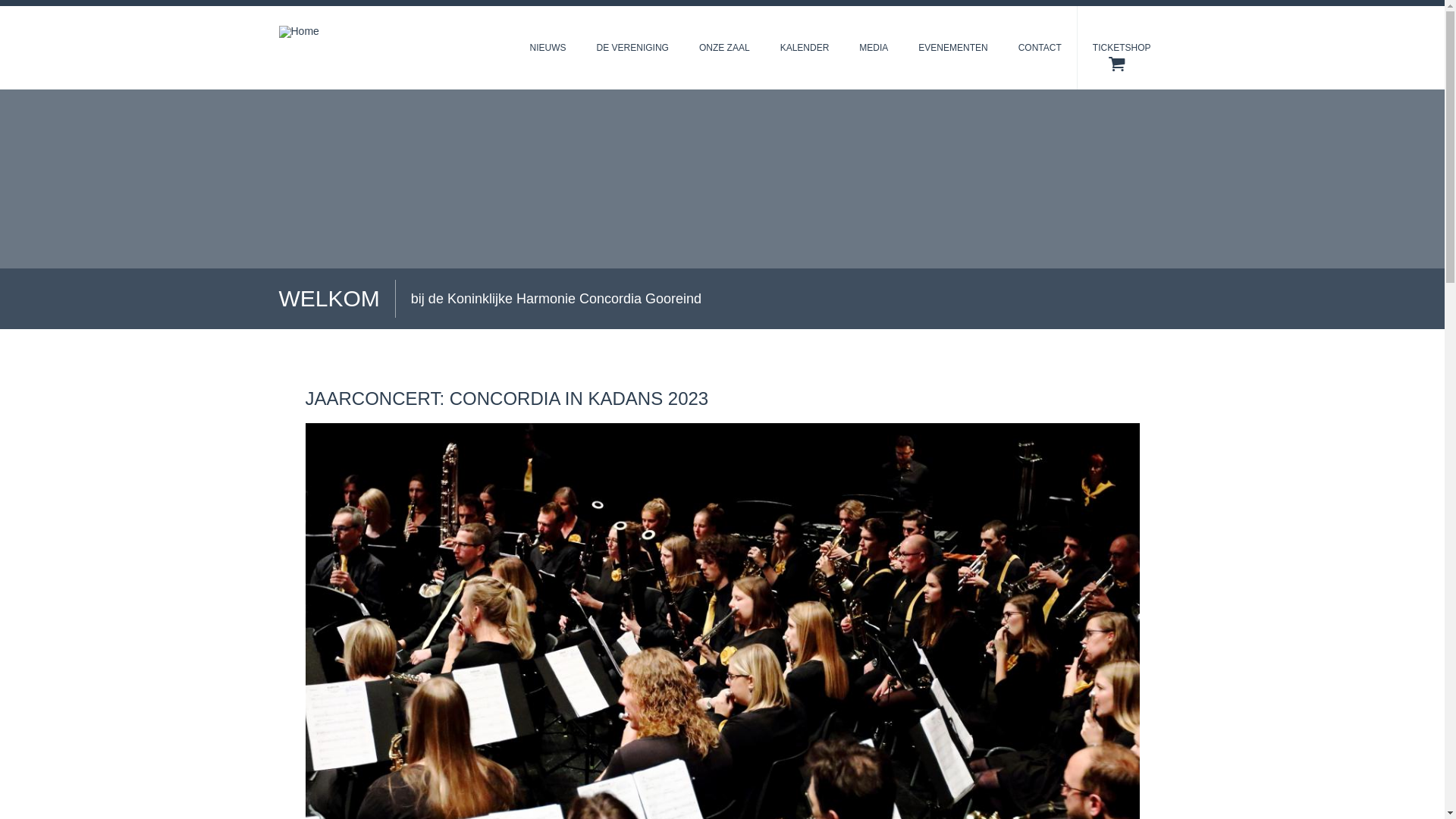 This screenshot has height=819, width=1456. What do you see at coordinates (548, 46) in the screenshot?
I see `'NIEUWS'` at bounding box center [548, 46].